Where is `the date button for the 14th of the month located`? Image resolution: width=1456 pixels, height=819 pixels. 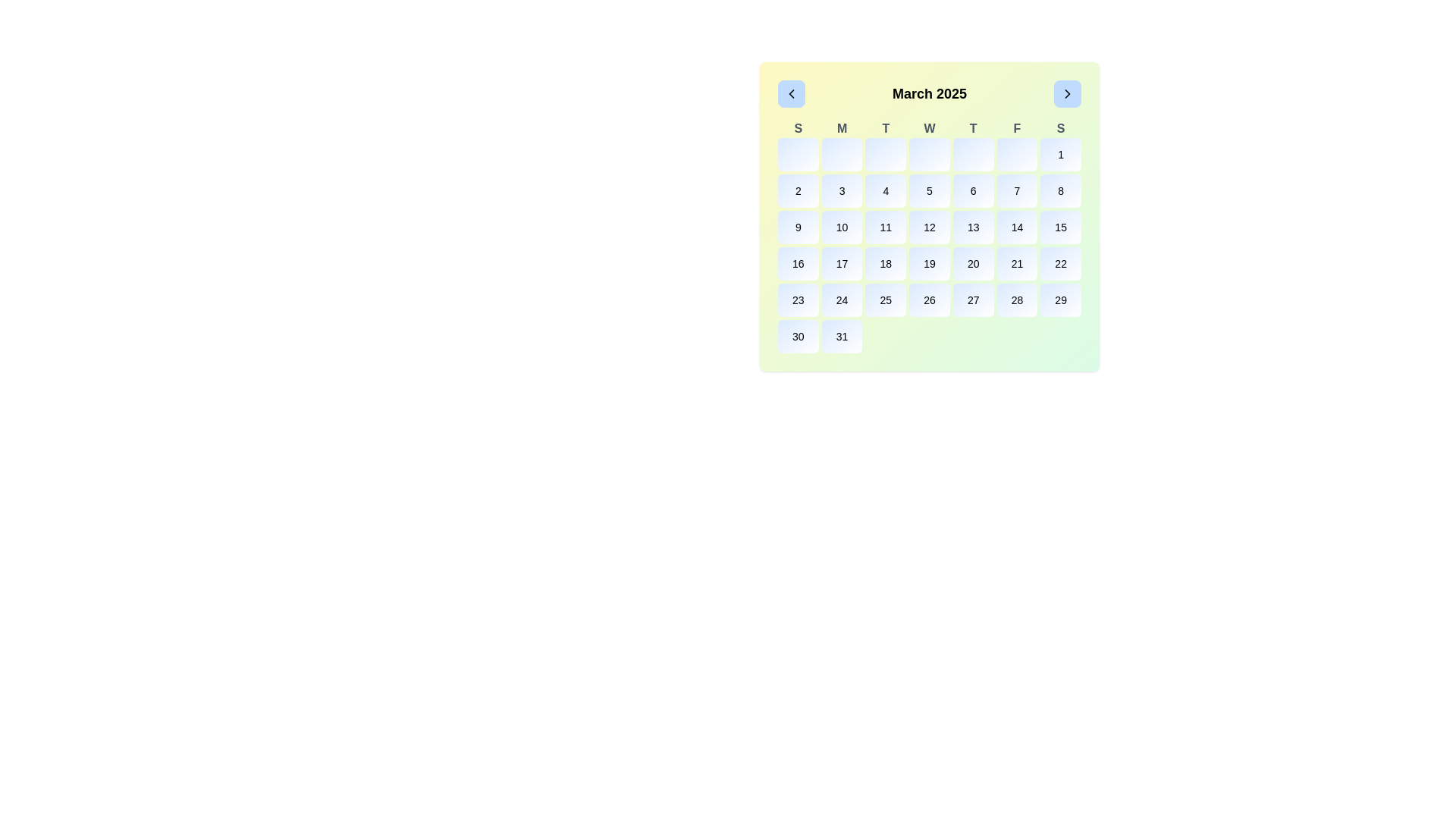
the date button for the 14th of the month located is located at coordinates (1017, 227).